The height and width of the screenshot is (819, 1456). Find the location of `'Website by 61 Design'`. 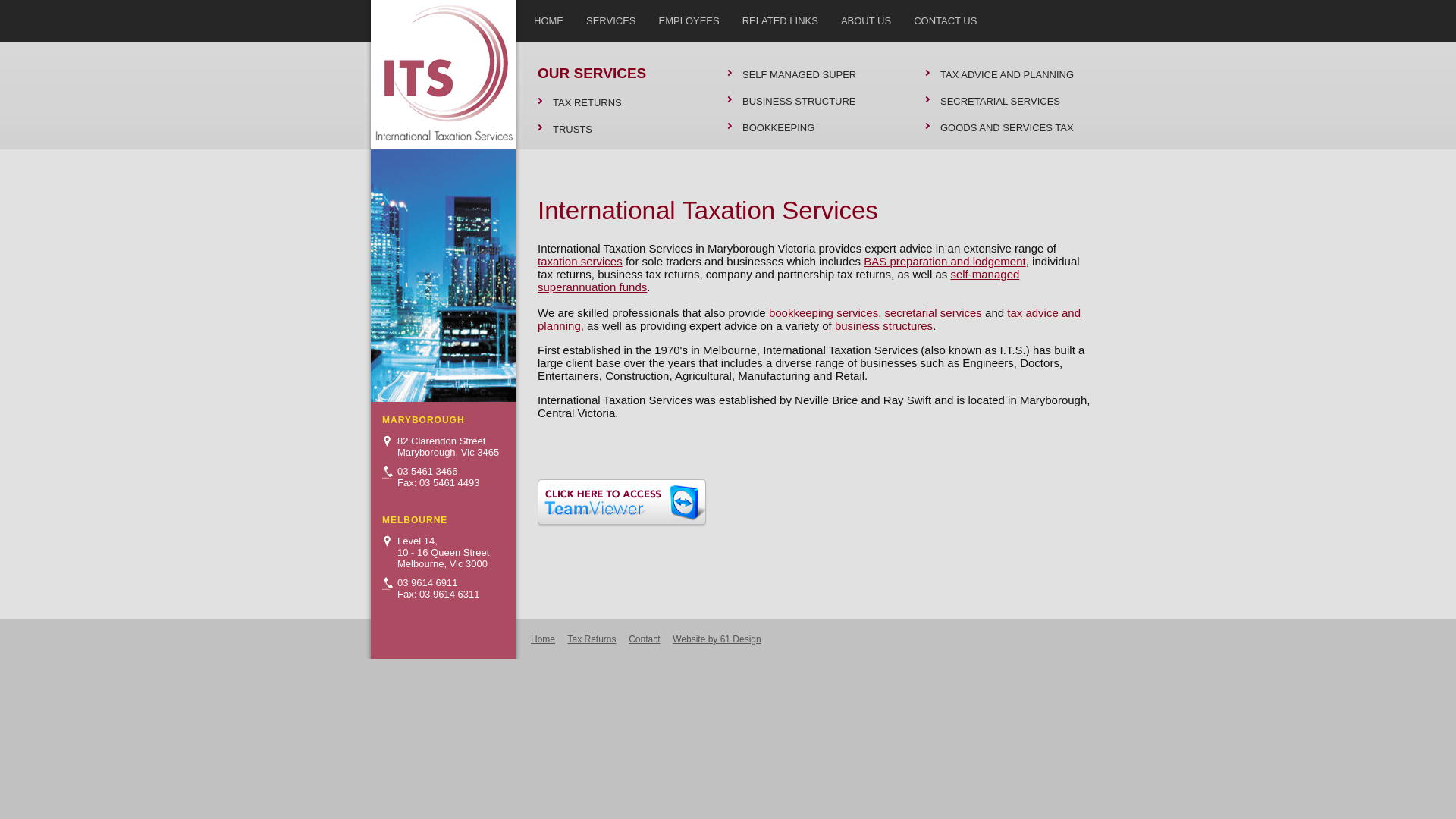

'Website by 61 Design' is located at coordinates (716, 639).